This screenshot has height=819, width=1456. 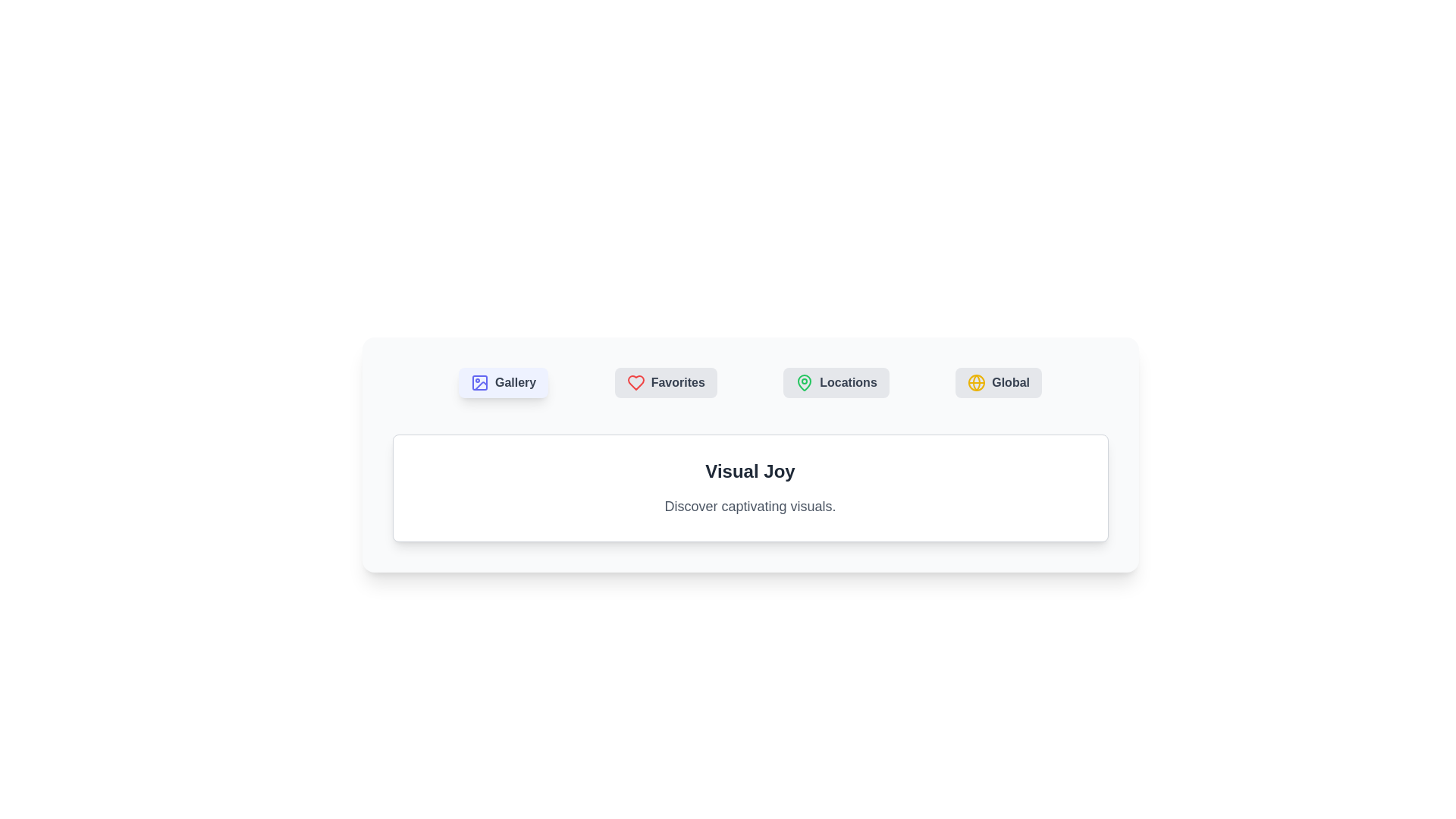 I want to click on the icon of the button labeled Gallery, so click(x=479, y=382).